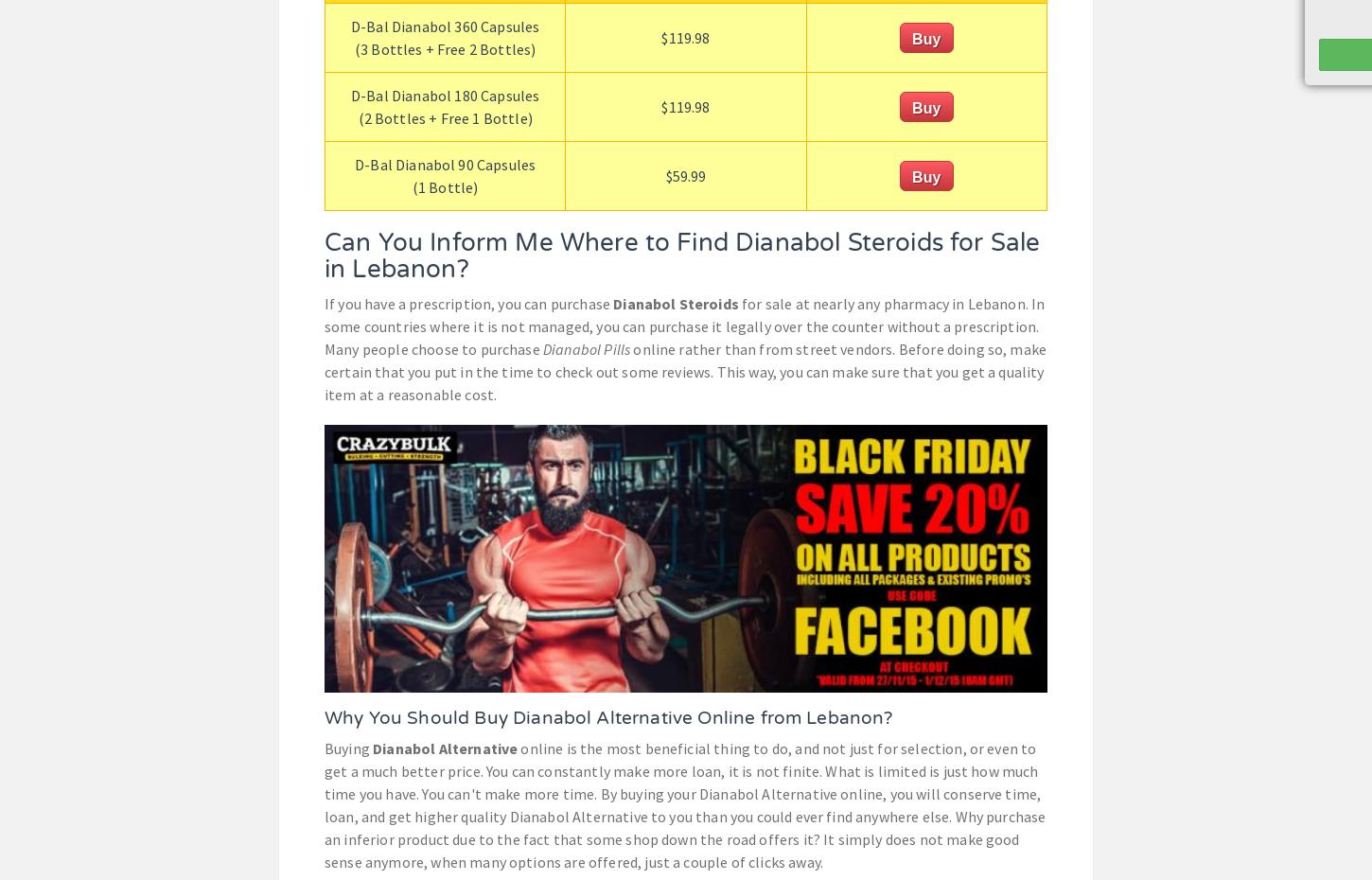 This screenshot has height=880, width=1372. What do you see at coordinates (674, 303) in the screenshot?
I see `'Dianabol Steroids'` at bounding box center [674, 303].